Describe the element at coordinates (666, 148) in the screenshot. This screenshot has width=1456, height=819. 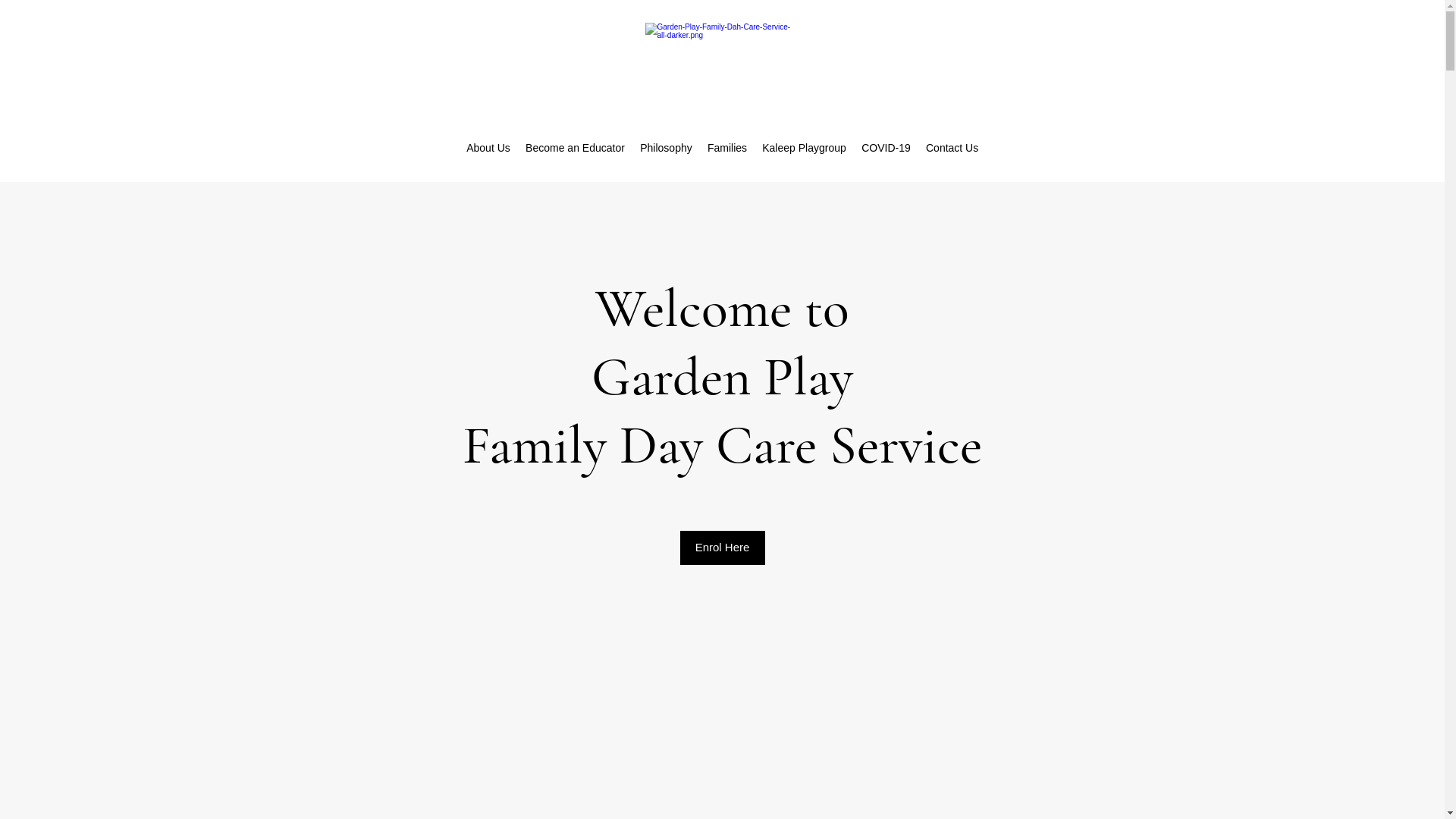
I see `'Philosophy'` at that location.